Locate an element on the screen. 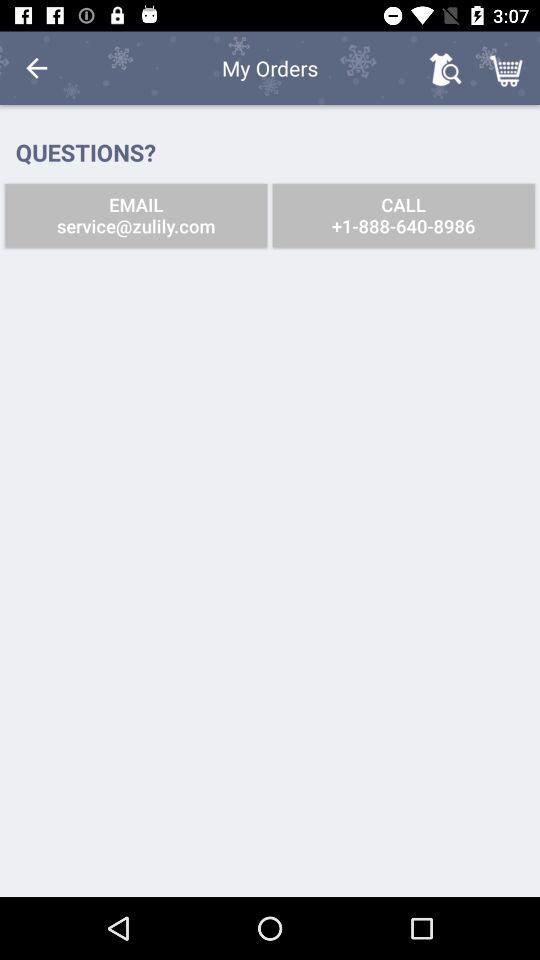  the item above the call 1 888 icon is located at coordinates (508, 68).